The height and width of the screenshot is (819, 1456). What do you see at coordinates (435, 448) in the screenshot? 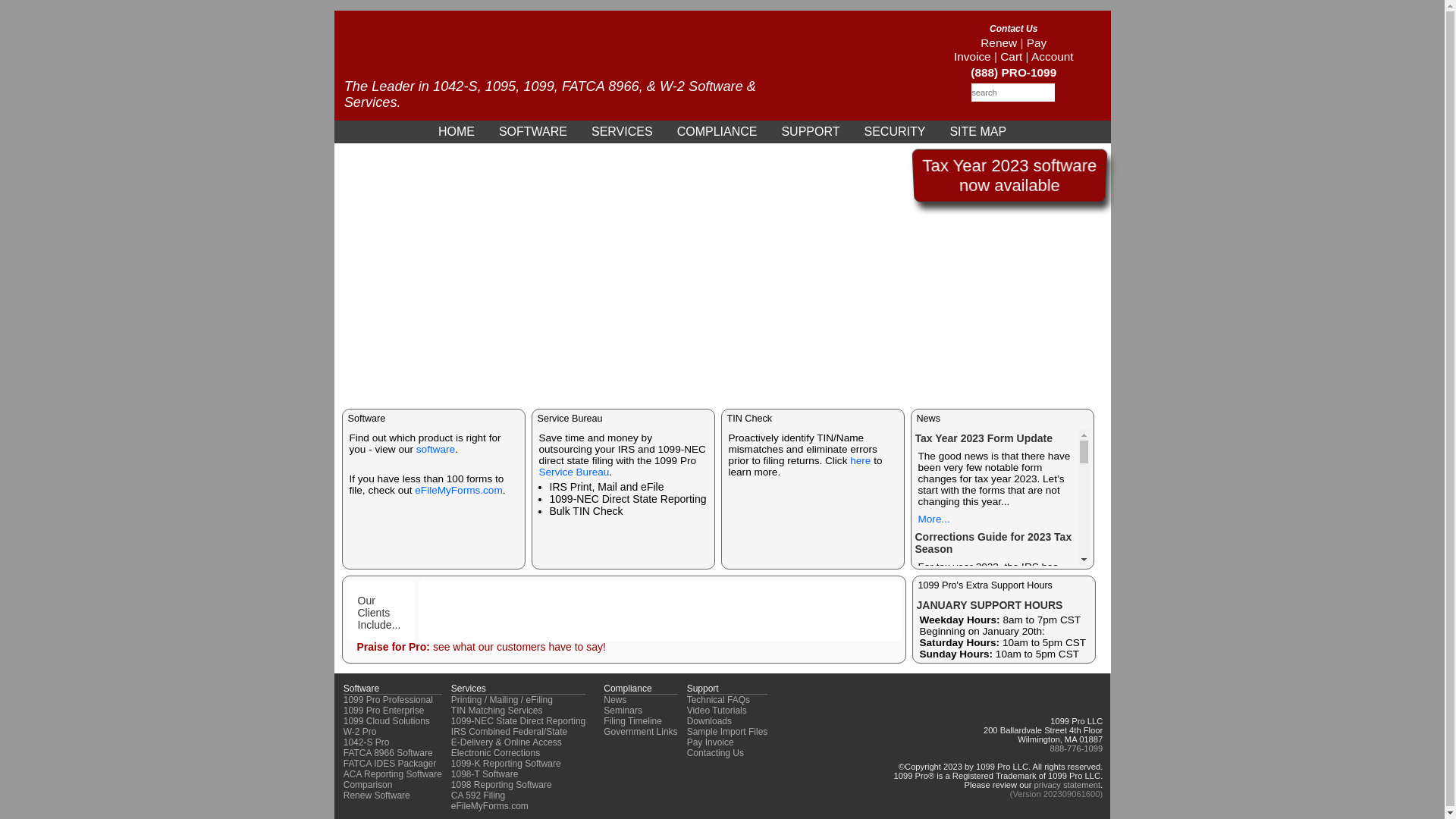
I see `'software'` at bounding box center [435, 448].